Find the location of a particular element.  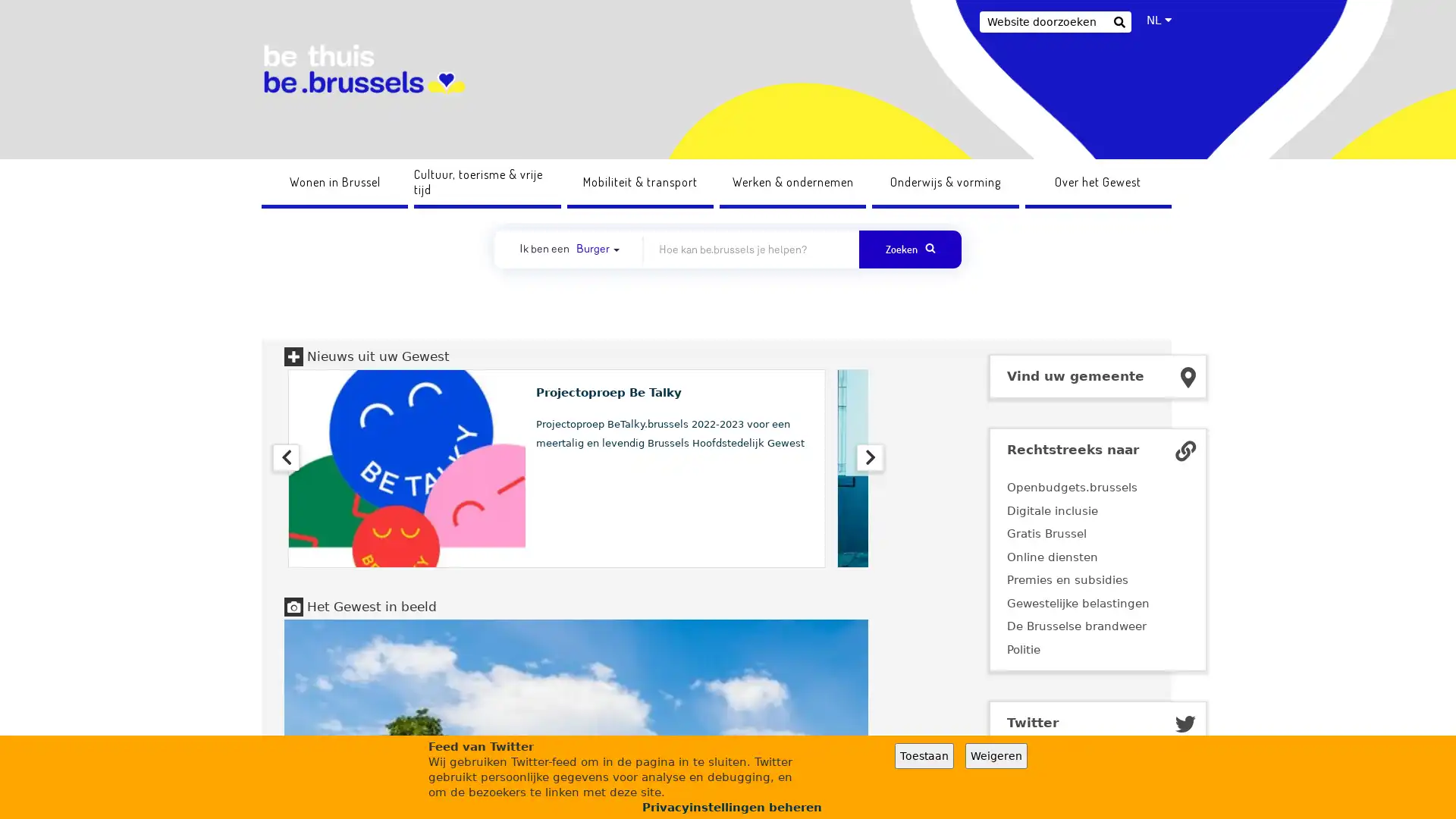

Toestaan is located at coordinates (924, 755).